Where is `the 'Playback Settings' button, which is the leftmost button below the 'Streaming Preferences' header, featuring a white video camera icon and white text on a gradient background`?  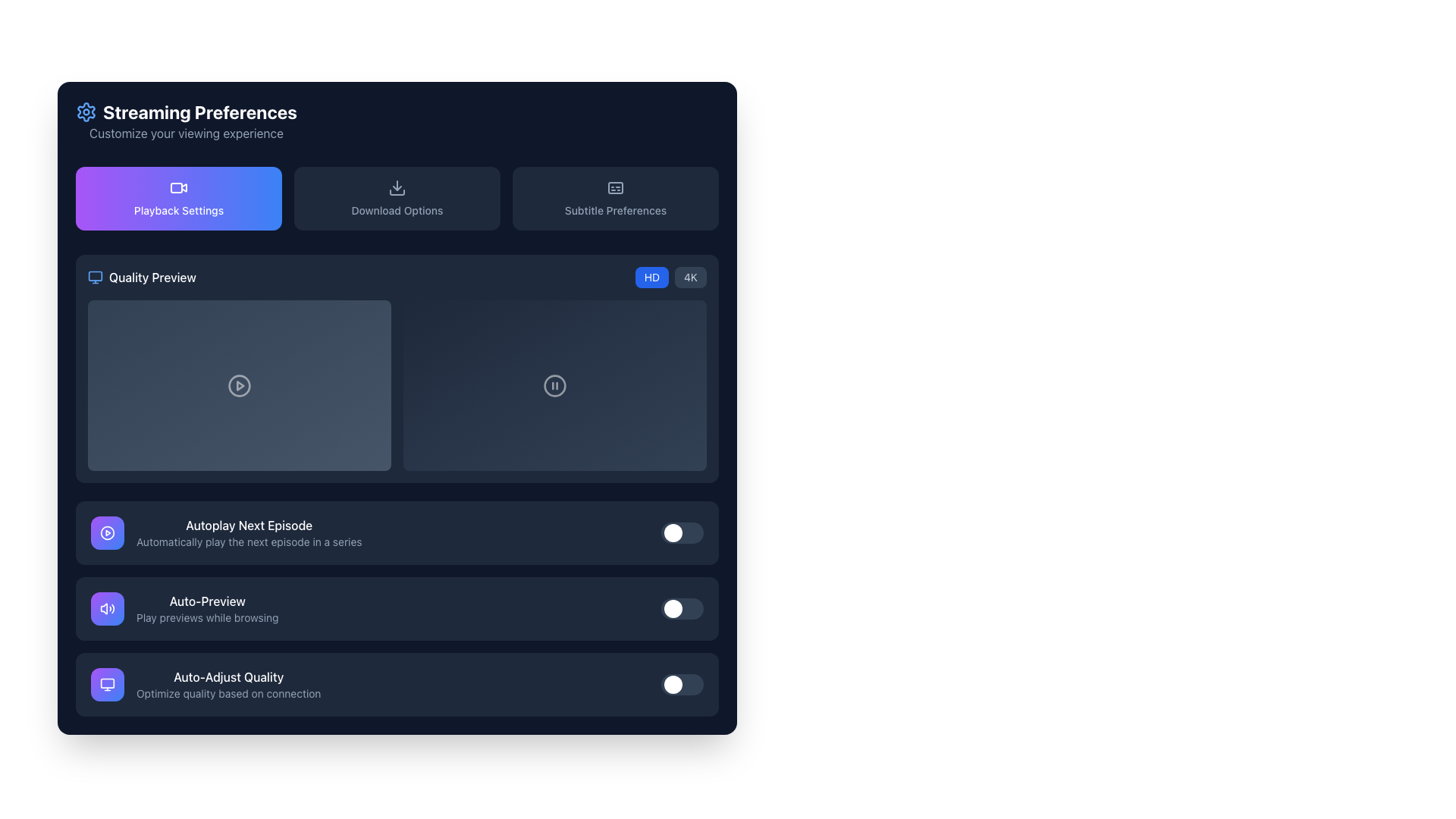 the 'Playback Settings' button, which is the leftmost button below the 'Streaming Preferences' header, featuring a white video camera icon and white text on a gradient background is located at coordinates (178, 198).